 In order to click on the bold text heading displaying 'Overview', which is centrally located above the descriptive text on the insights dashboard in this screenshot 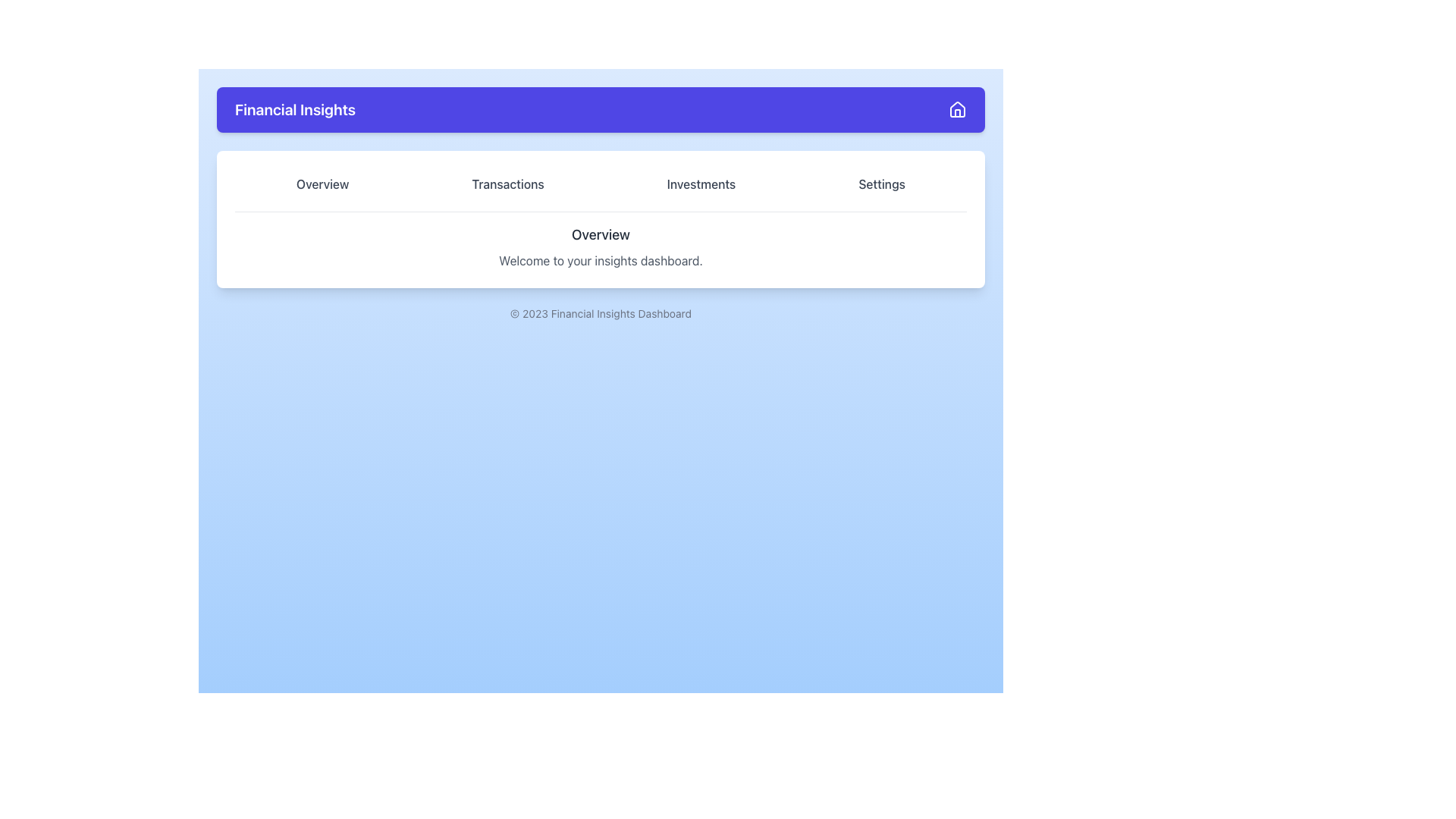, I will do `click(600, 234)`.